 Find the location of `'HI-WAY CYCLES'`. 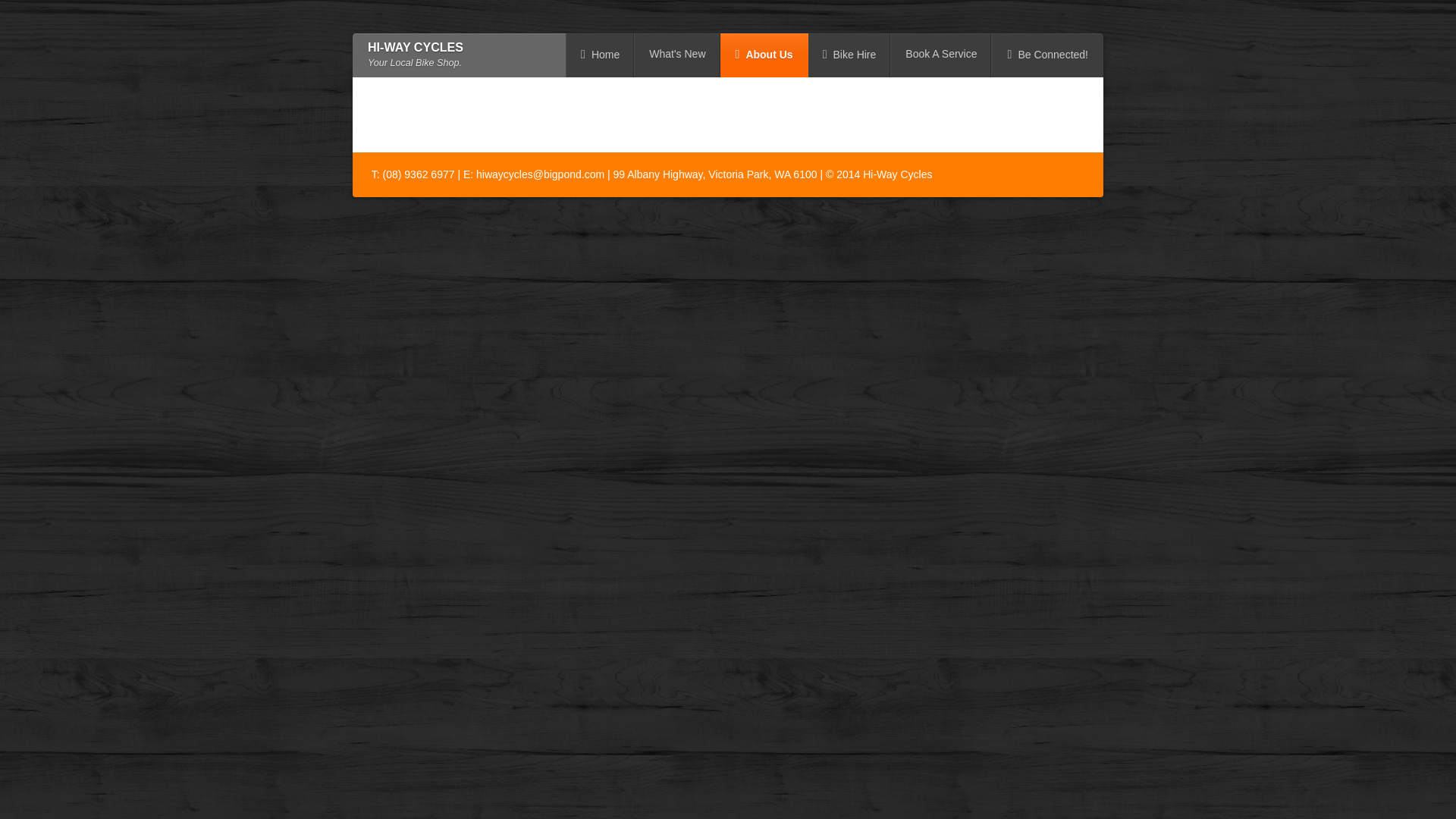

'HI-WAY CYCLES' is located at coordinates (415, 46).